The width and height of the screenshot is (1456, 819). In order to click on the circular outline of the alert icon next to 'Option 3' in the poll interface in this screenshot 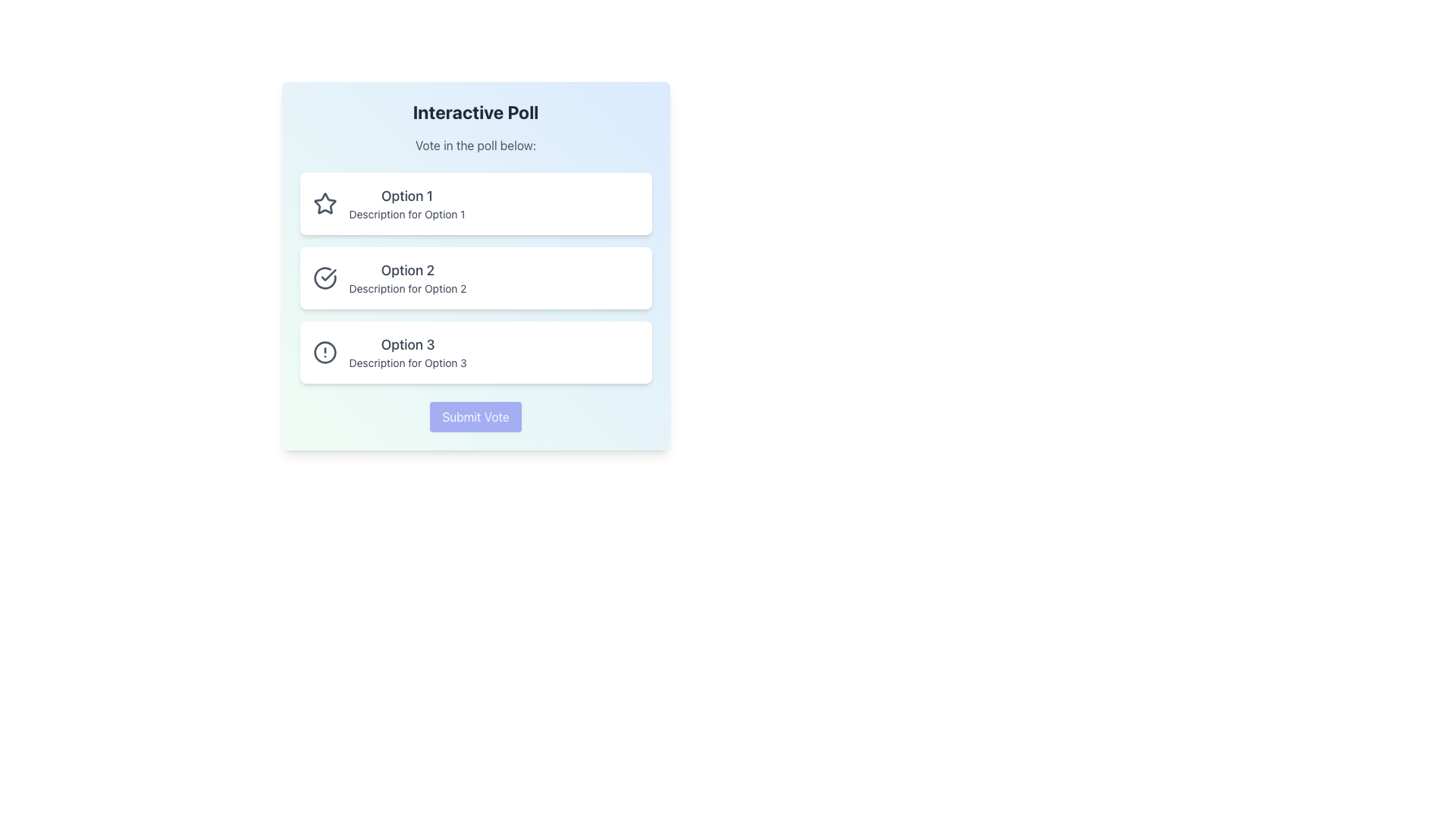, I will do `click(324, 353)`.